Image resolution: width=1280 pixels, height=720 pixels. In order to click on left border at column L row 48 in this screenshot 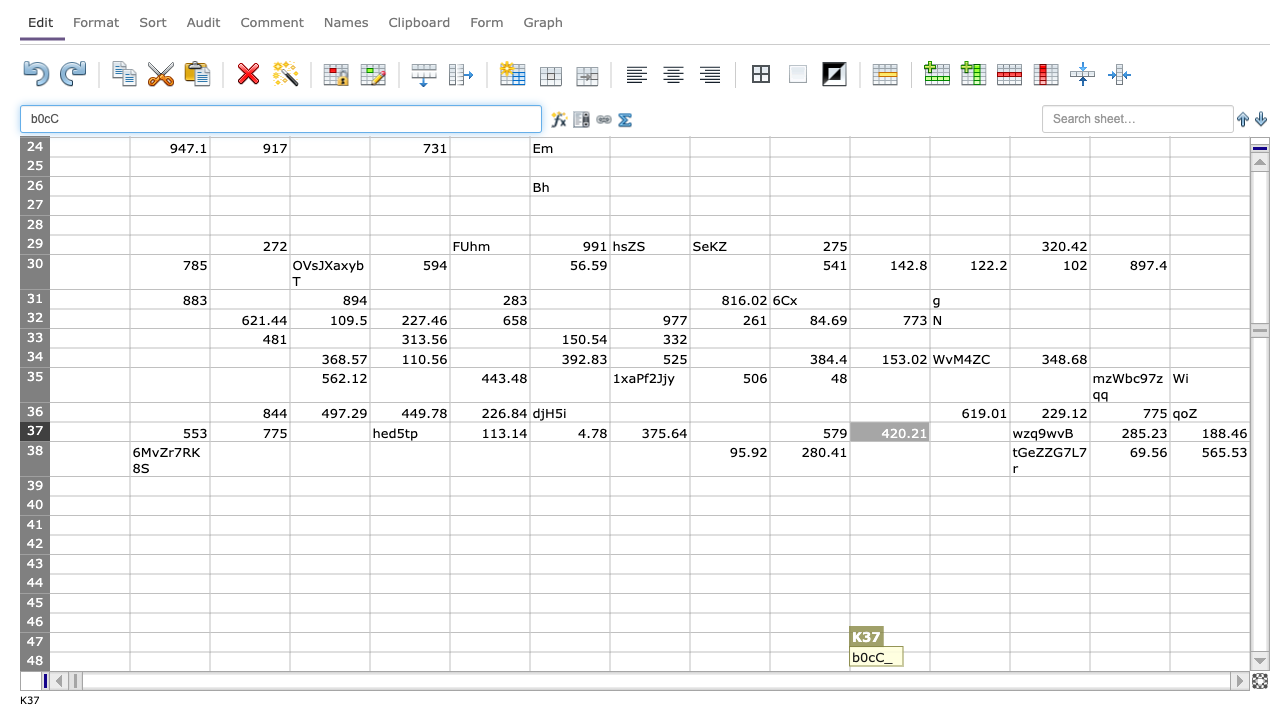, I will do `click(929, 661)`.